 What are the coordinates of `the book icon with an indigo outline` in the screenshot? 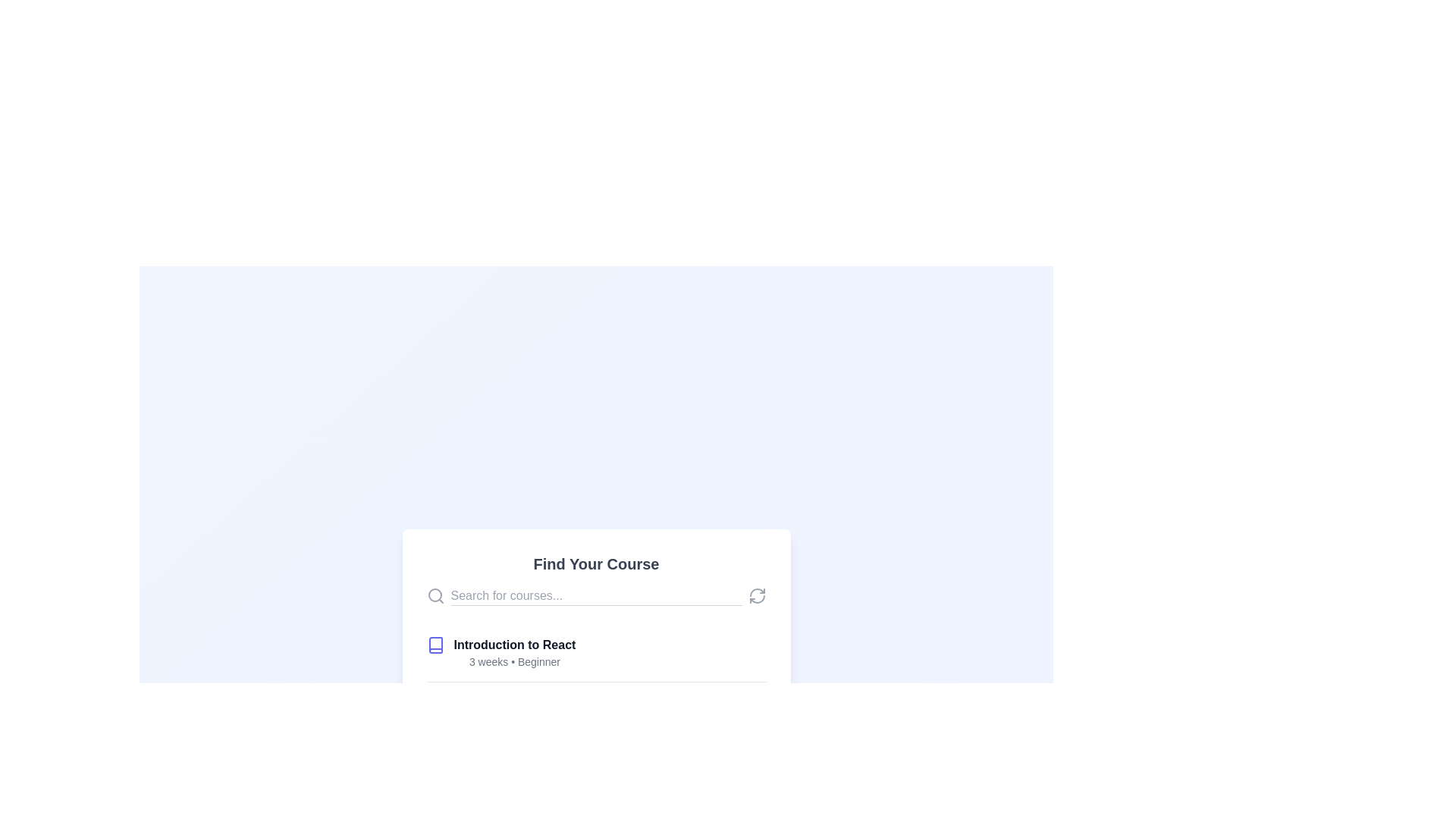 It's located at (435, 645).